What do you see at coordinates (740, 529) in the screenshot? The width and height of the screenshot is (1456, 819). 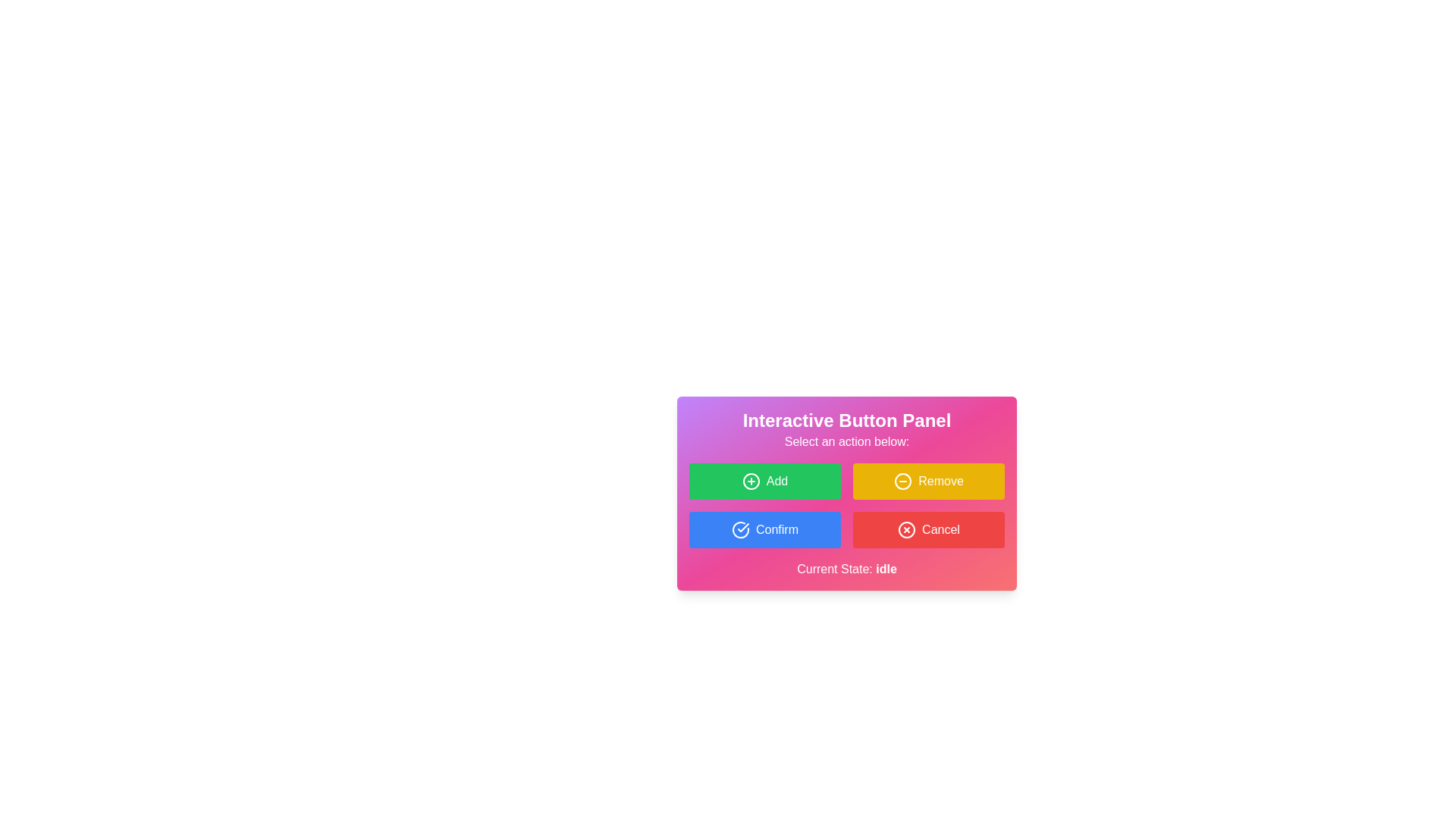 I see `the checkmark icon within the 'Confirm' button, which features a blue background and white stroke outlines, located in the bottom-left part of the button grid` at bounding box center [740, 529].